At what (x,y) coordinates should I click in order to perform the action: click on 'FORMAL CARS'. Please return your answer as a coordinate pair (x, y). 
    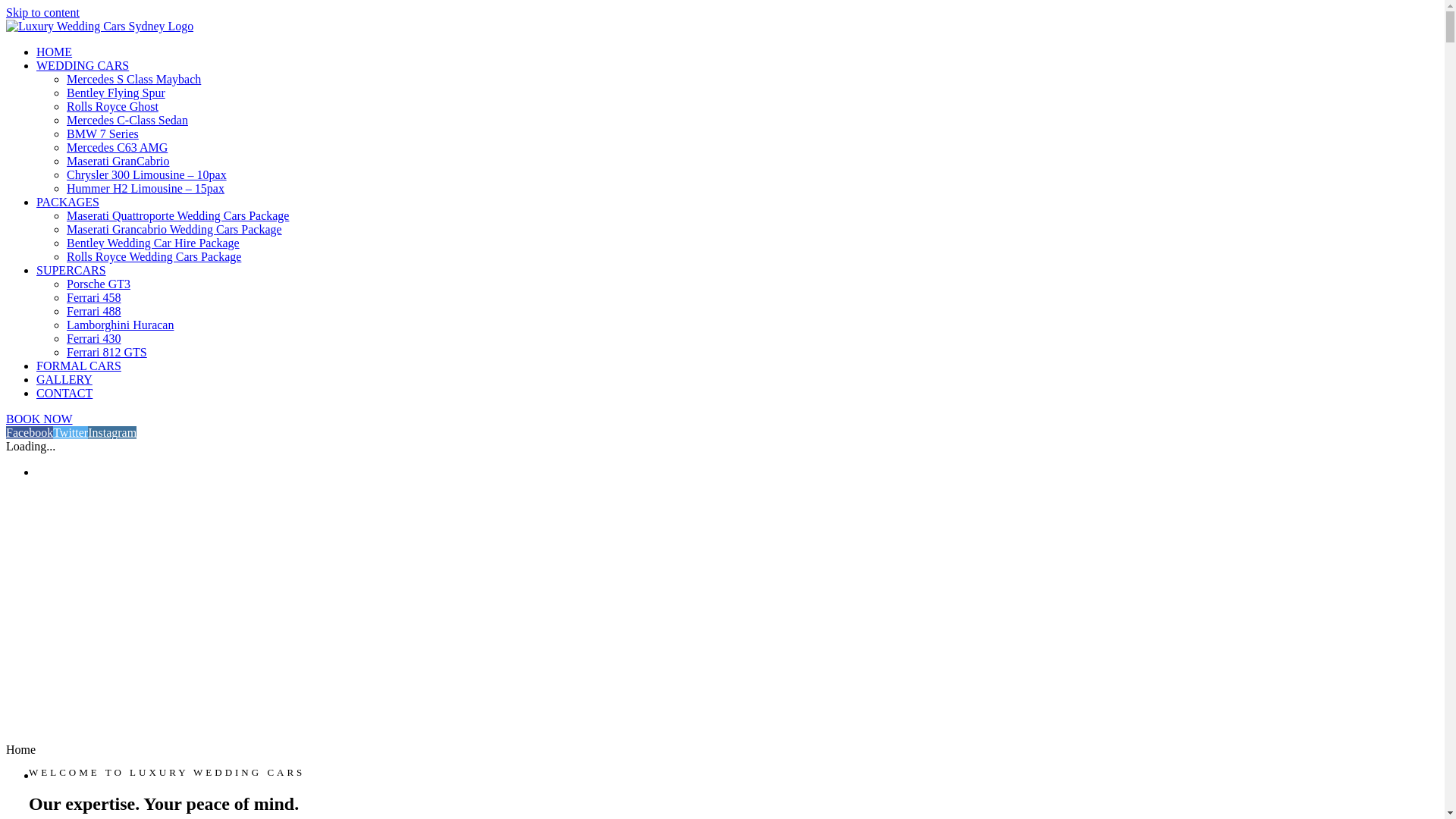
    Looking at the image, I should click on (78, 366).